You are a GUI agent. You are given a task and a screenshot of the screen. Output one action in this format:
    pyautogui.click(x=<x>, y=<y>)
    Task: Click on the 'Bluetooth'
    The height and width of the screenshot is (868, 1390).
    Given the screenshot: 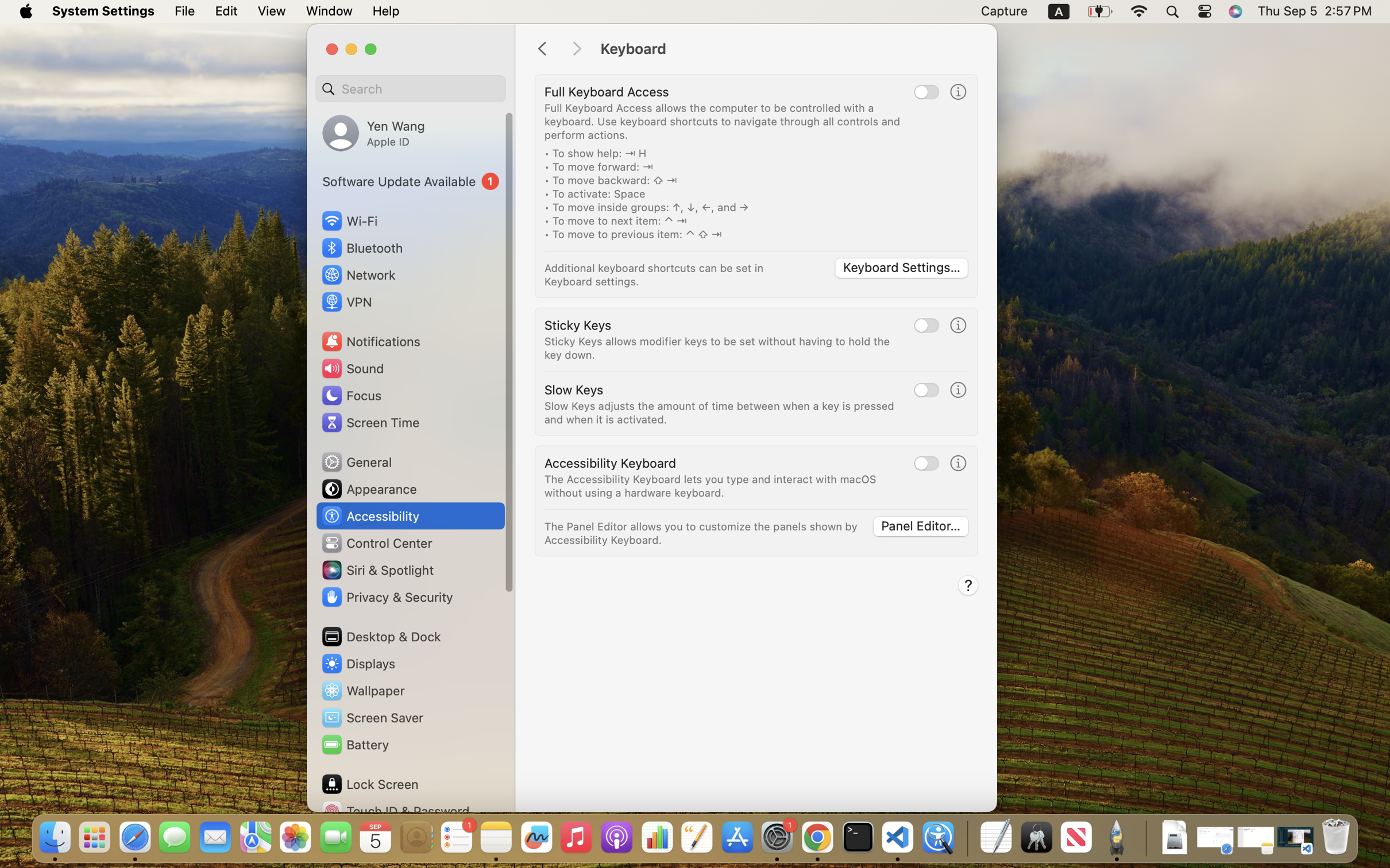 What is the action you would take?
    pyautogui.click(x=361, y=247)
    